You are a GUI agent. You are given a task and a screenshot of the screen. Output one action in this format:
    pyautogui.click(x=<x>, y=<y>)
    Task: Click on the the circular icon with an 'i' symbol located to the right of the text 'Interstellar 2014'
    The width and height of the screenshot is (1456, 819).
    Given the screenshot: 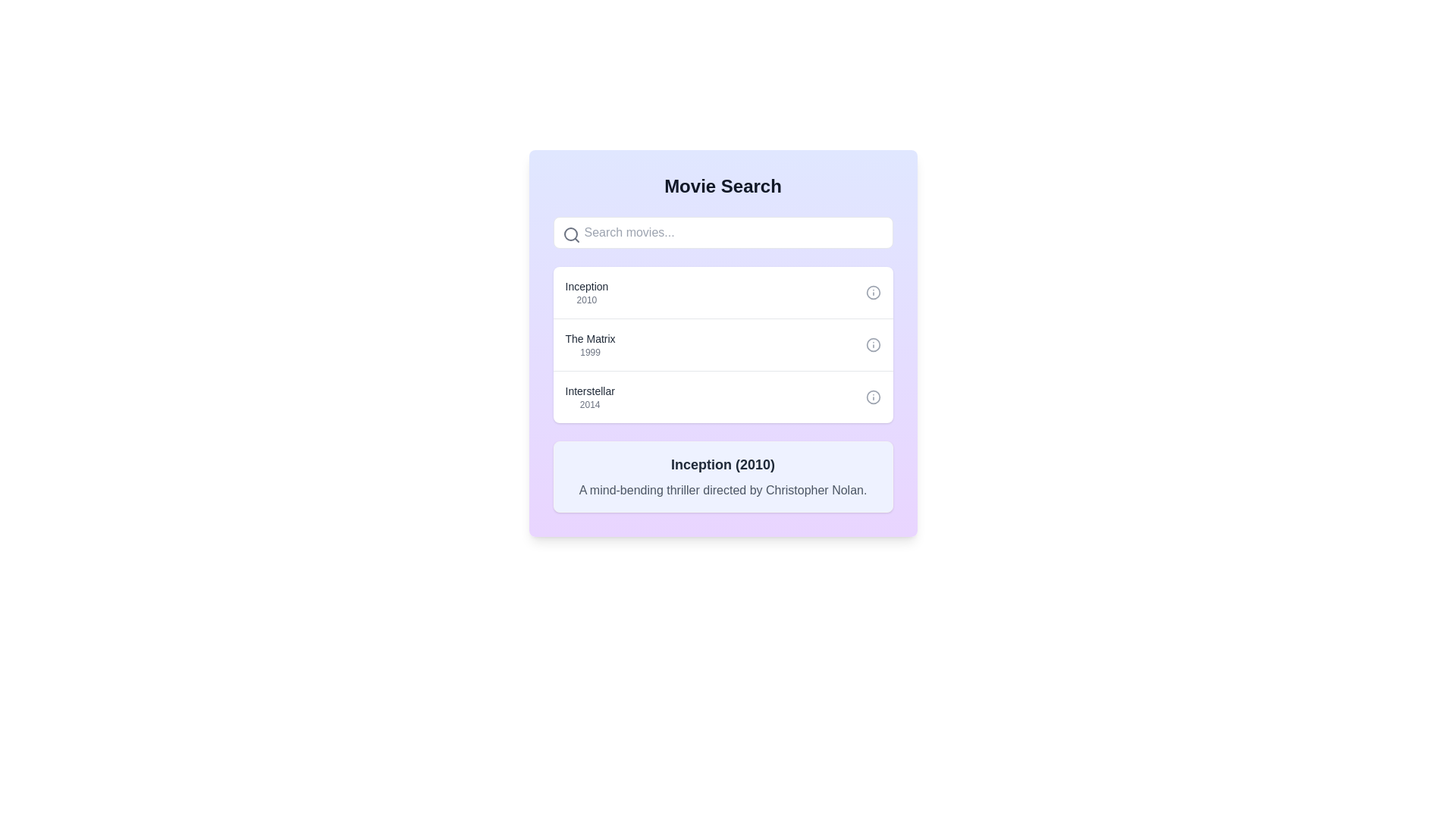 What is the action you would take?
    pyautogui.click(x=873, y=397)
    